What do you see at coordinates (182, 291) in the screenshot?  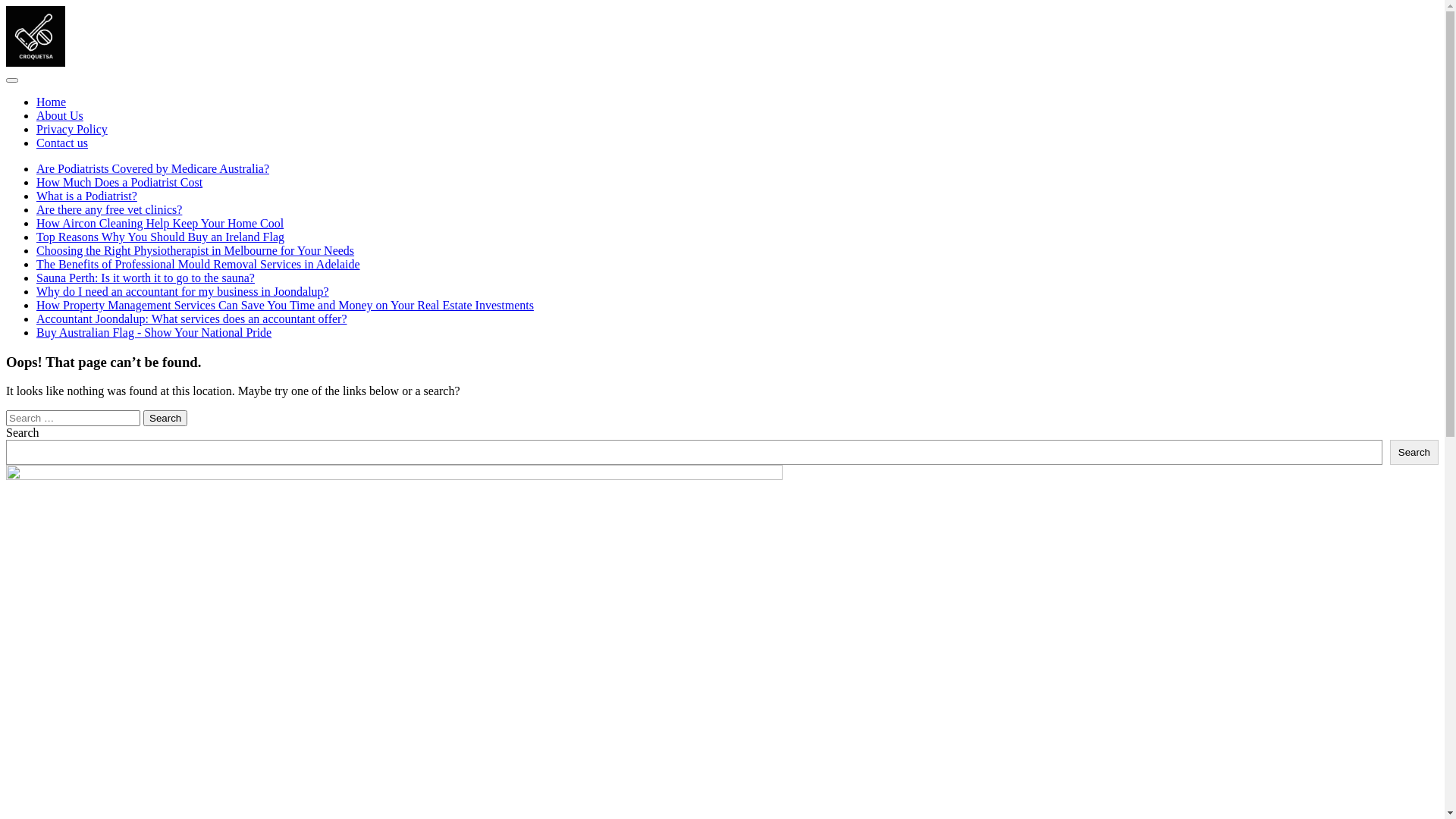 I see `'Why do I need an accountant for my business in Joondalup?'` at bounding box center [182, 291].